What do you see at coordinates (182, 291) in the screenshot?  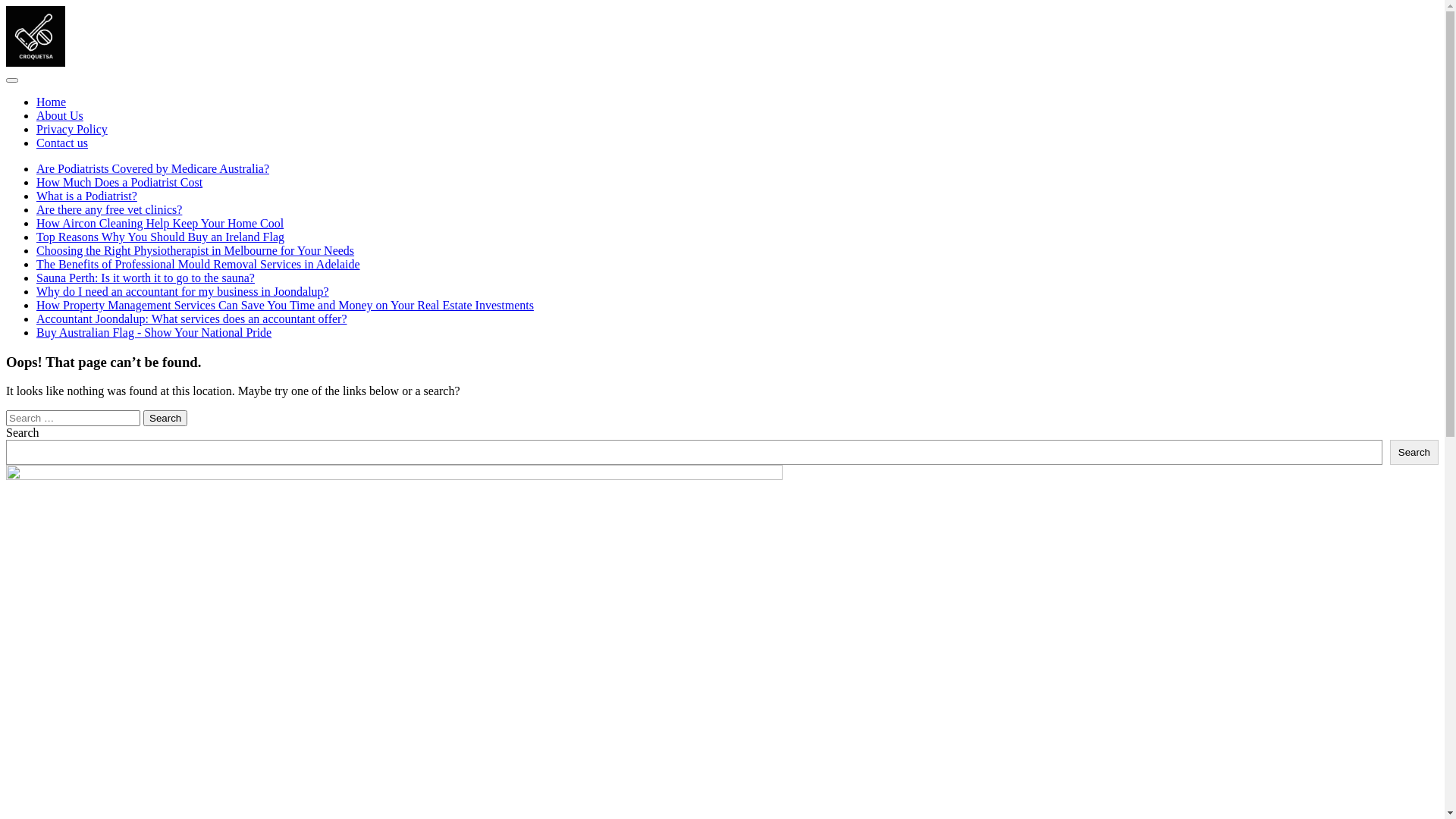 I see `'Why do I need an accountant for my business in Joondalup?'` at bounding box center [182, 291].